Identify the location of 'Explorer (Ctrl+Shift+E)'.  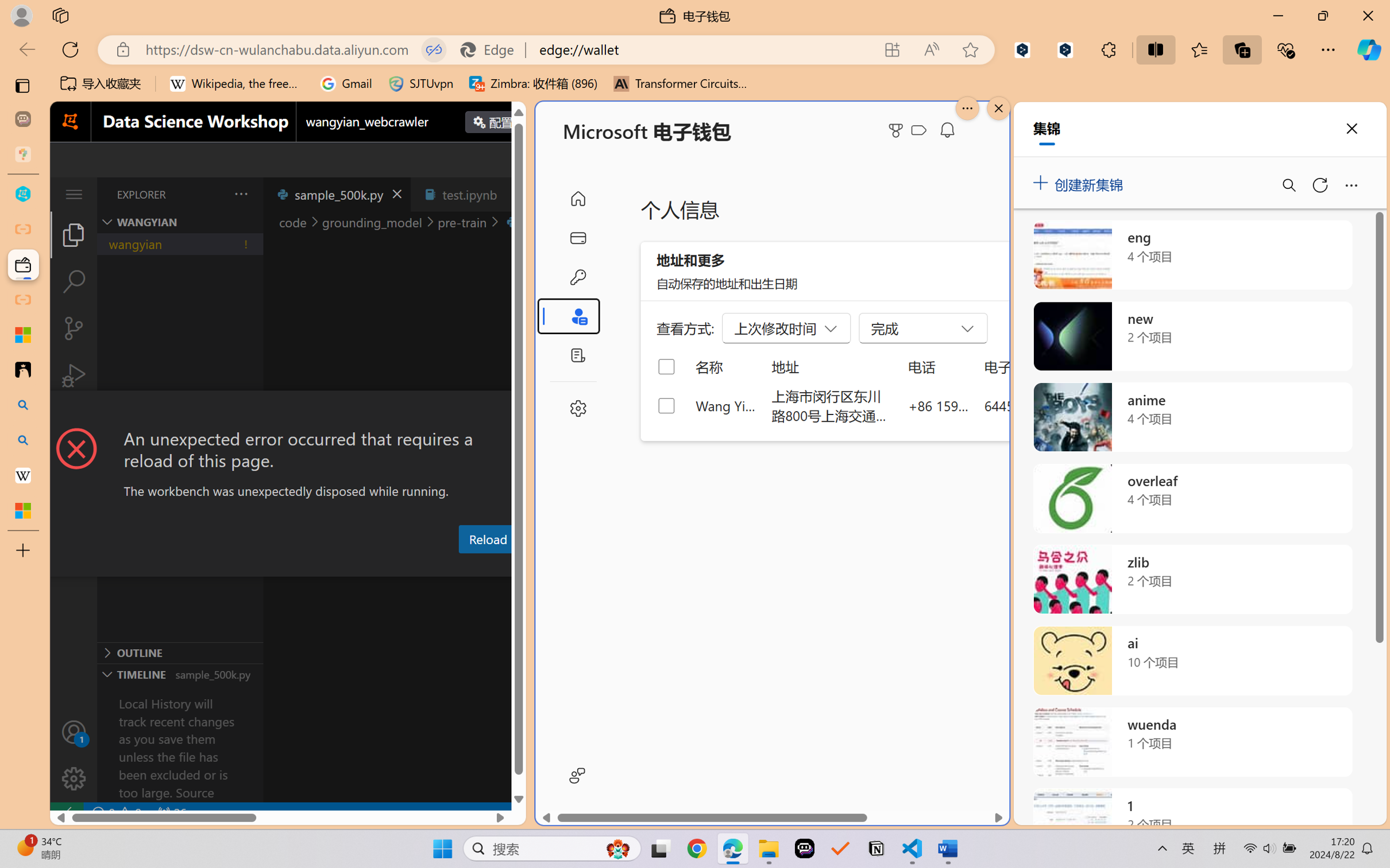
(73, 234).